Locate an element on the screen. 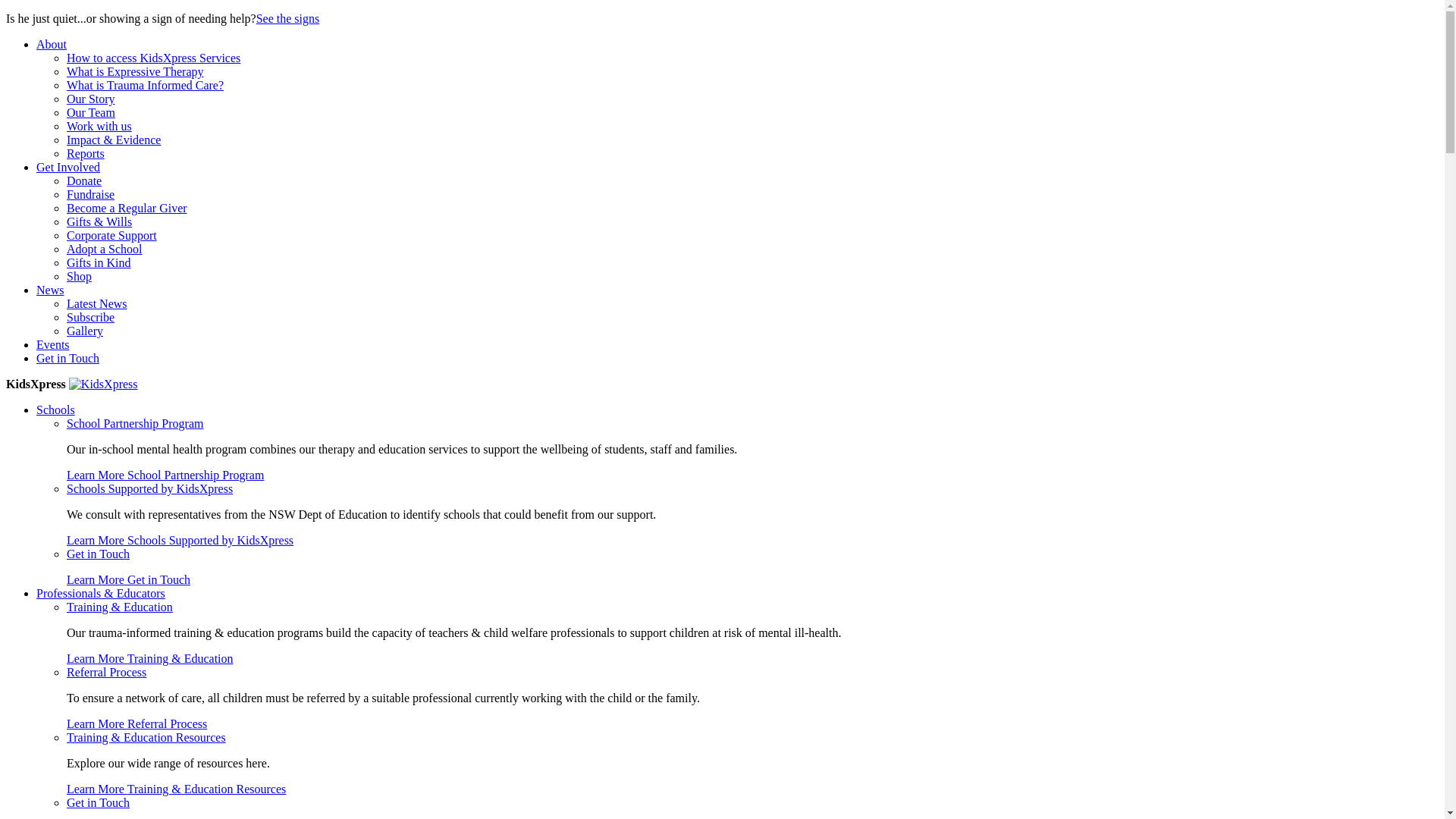  'What is Trauma Informed Care?' is located at coordinates (65, 85).